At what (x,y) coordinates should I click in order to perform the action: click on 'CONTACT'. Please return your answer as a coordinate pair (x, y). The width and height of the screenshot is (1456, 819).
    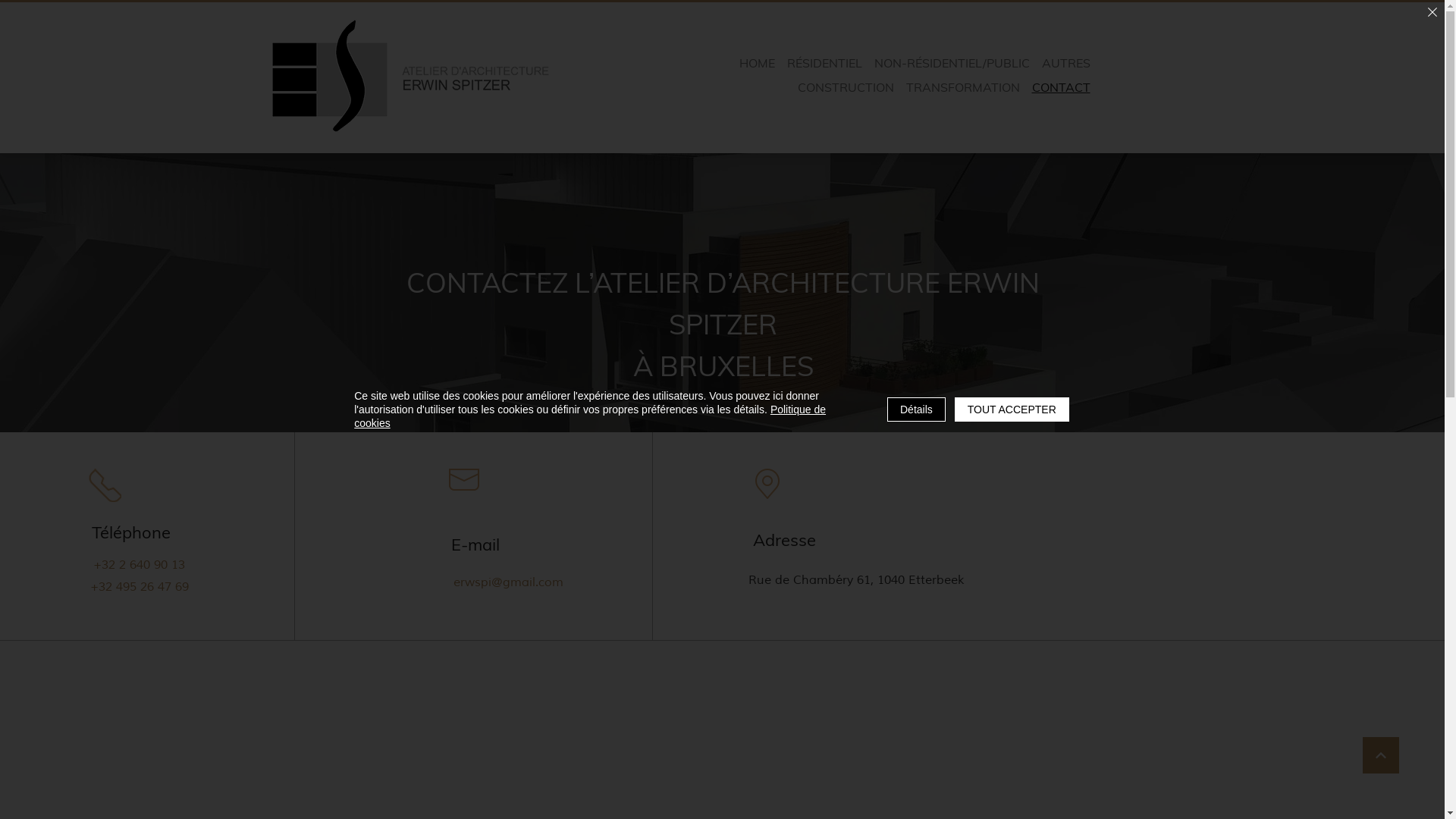
    Looking at the image, I should click on (1060, 87).